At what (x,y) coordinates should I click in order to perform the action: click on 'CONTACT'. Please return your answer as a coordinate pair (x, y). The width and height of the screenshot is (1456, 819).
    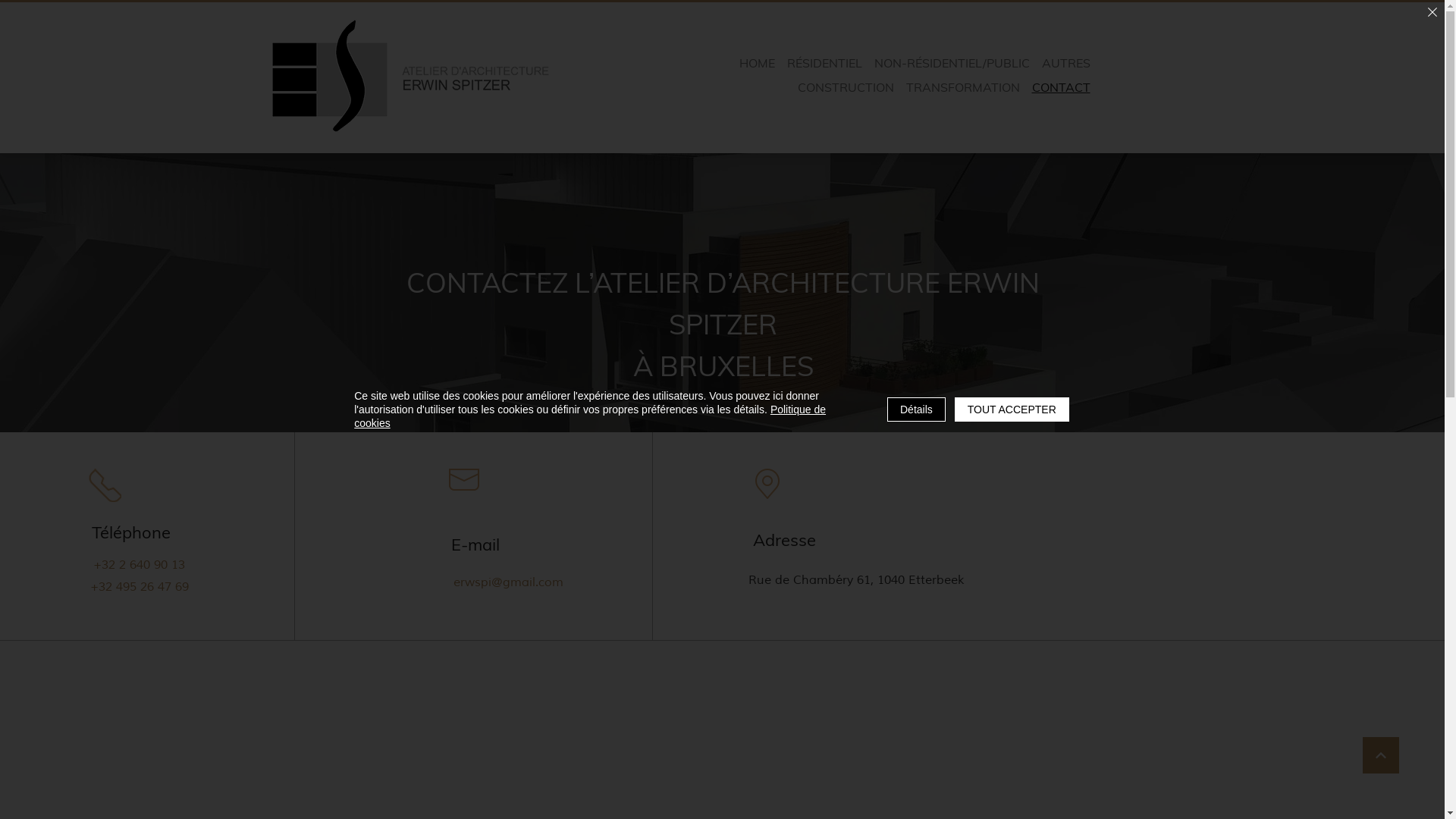
    Looking at the image, I should click on (1060, 87).